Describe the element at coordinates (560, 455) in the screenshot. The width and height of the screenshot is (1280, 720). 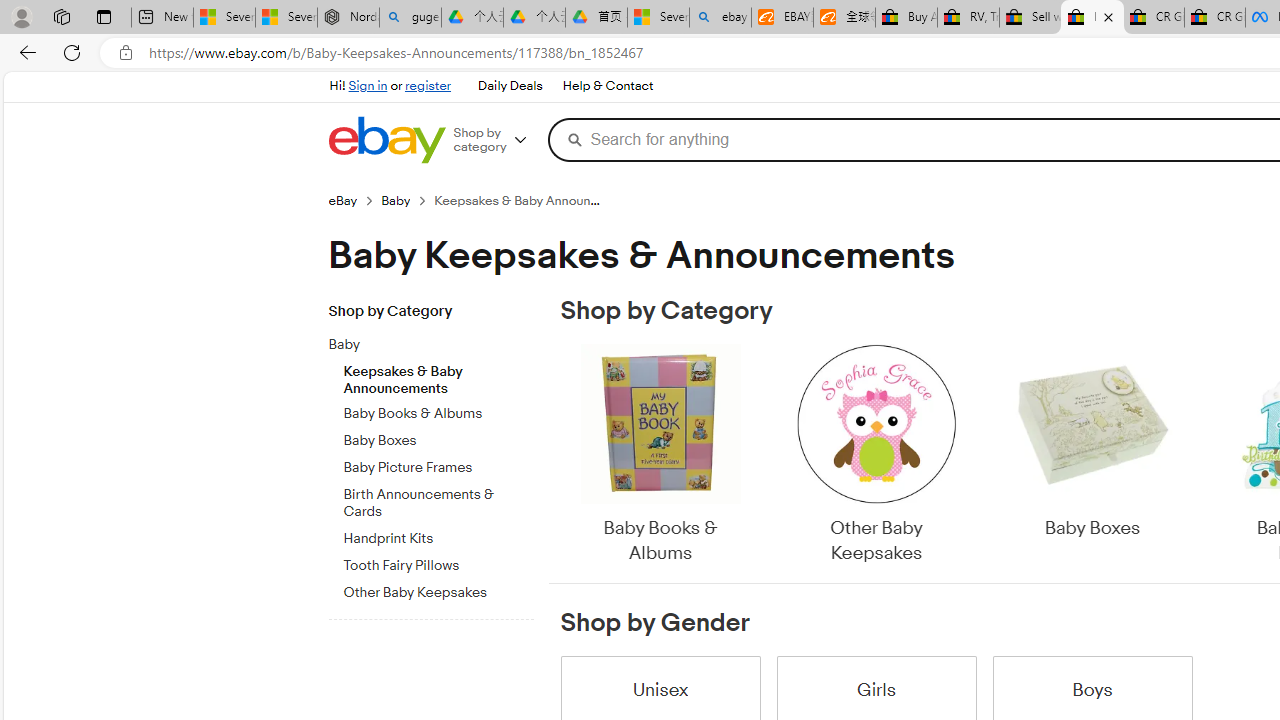
I see `'Go to previous slide'` at that location.